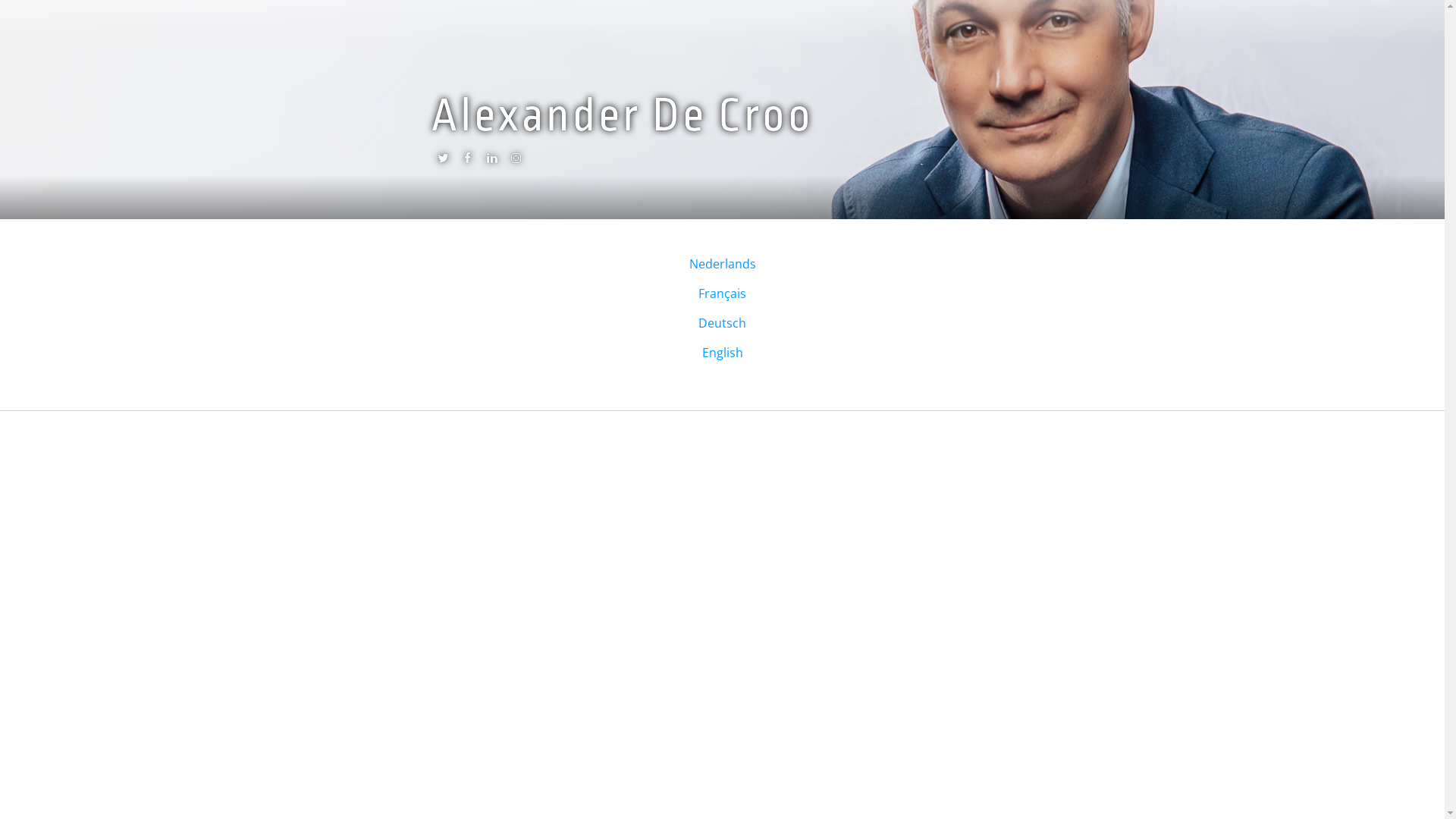  I want to click on 'Skip to main content', so click(58, 0).